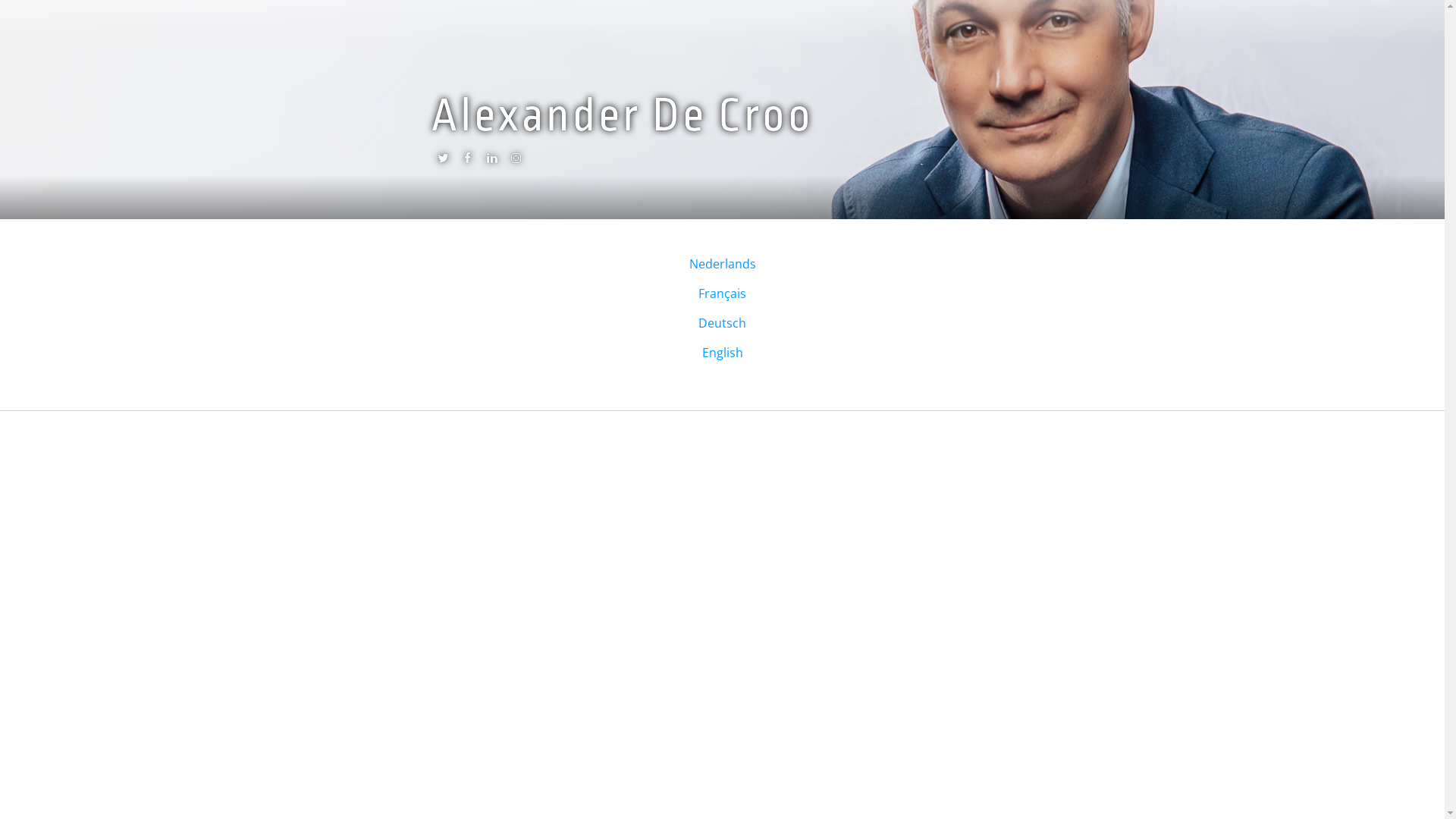  I want to click on 'Skip to main content', so click(58, 0).